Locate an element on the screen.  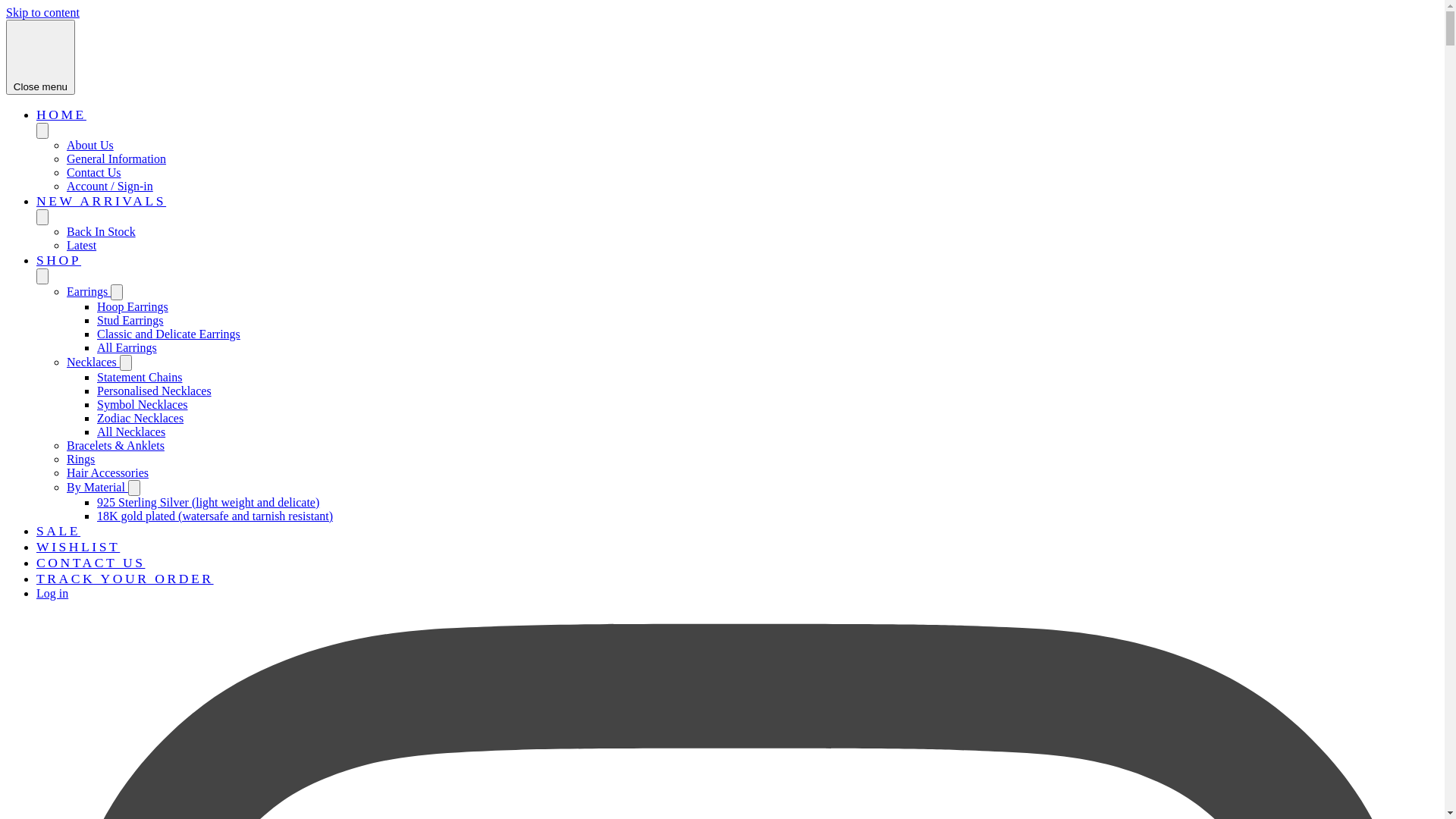
'18K gold plated (watersafe and tarnish resistant)' is located at coordinates (214, 515).